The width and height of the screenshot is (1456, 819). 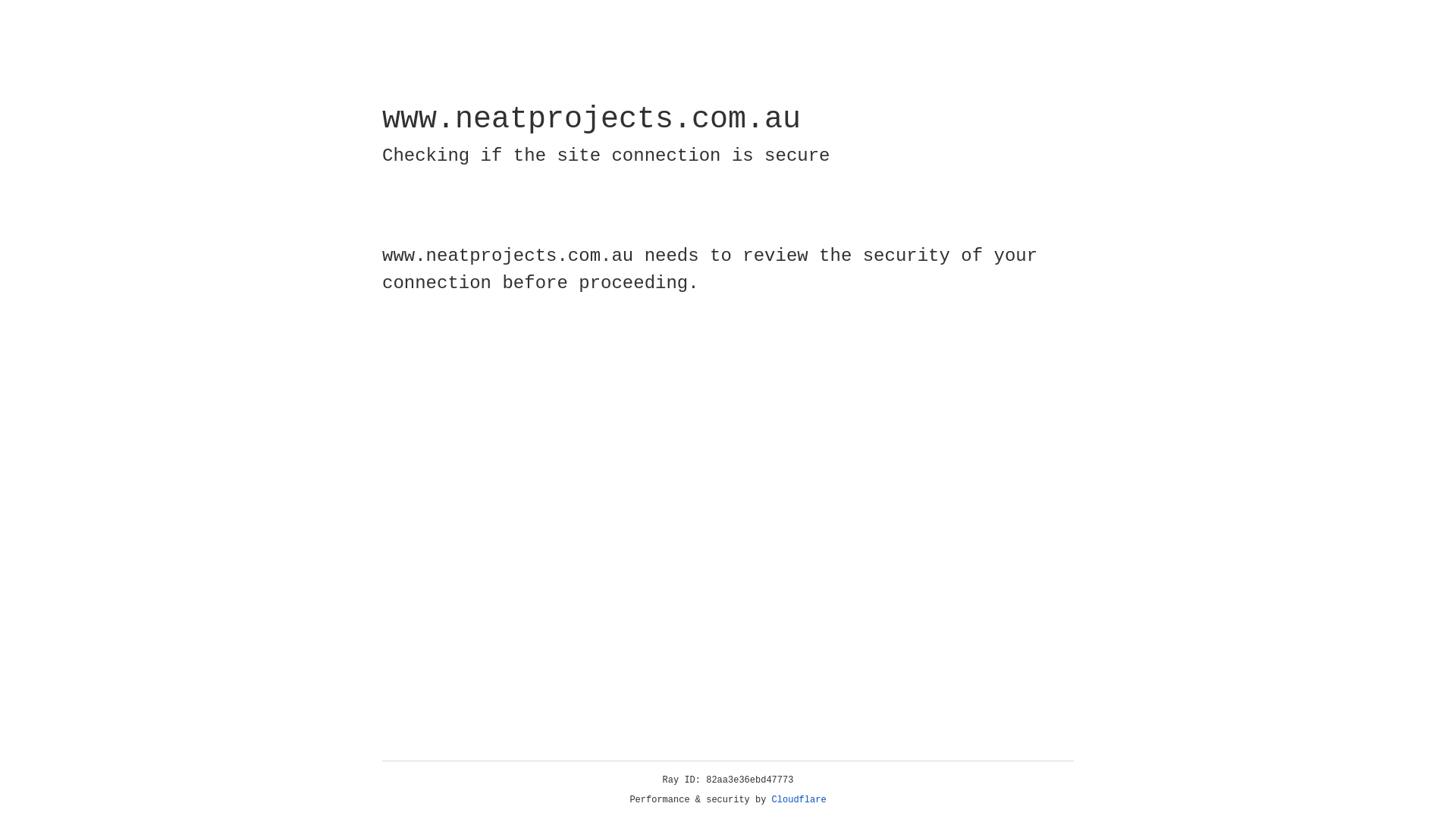 What do you see at coordinates (799, 799) in the screenshot?
I see `'Cloudflare'` at bounding box center [799, 799].